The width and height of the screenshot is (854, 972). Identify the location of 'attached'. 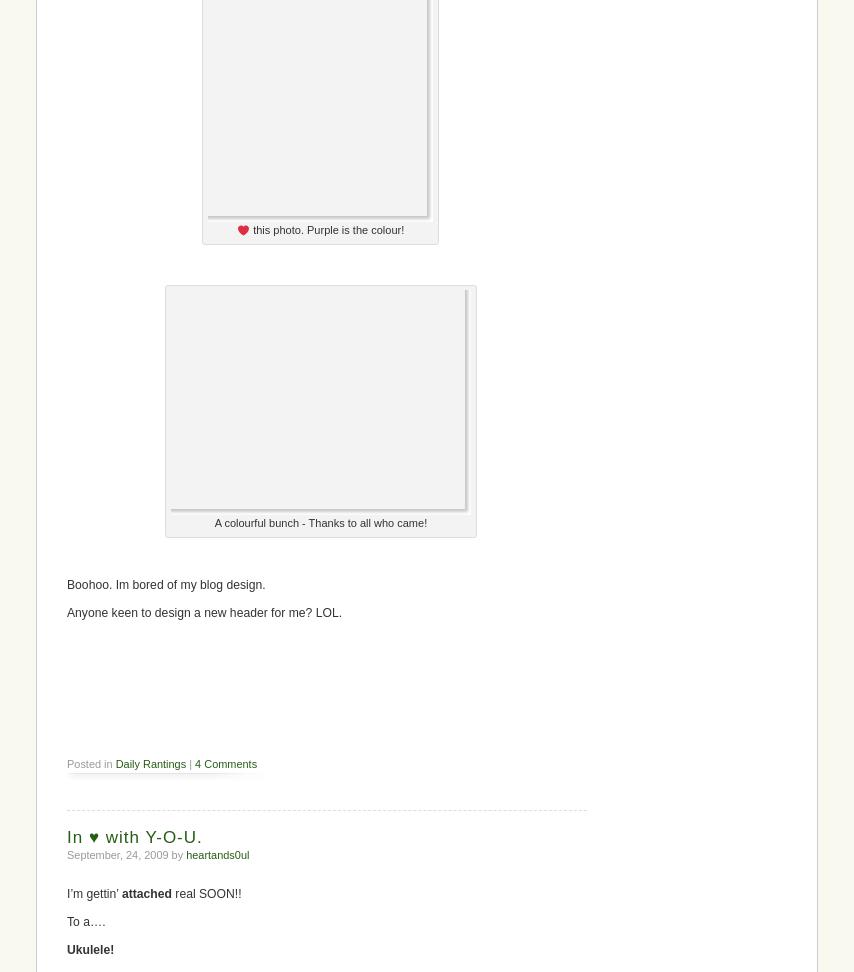
(145, 894).